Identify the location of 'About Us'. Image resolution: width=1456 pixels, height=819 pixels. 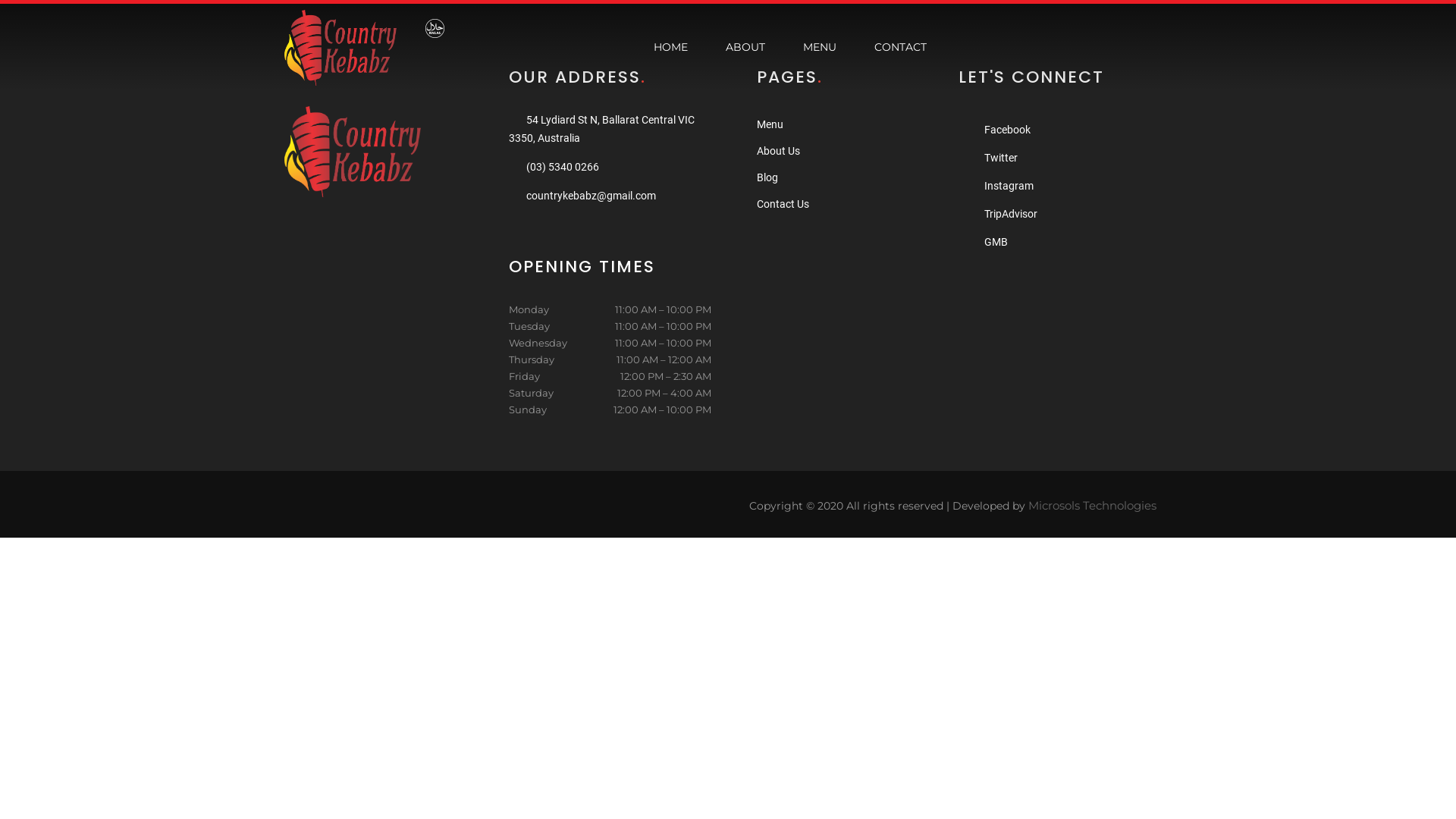
(757, 151).